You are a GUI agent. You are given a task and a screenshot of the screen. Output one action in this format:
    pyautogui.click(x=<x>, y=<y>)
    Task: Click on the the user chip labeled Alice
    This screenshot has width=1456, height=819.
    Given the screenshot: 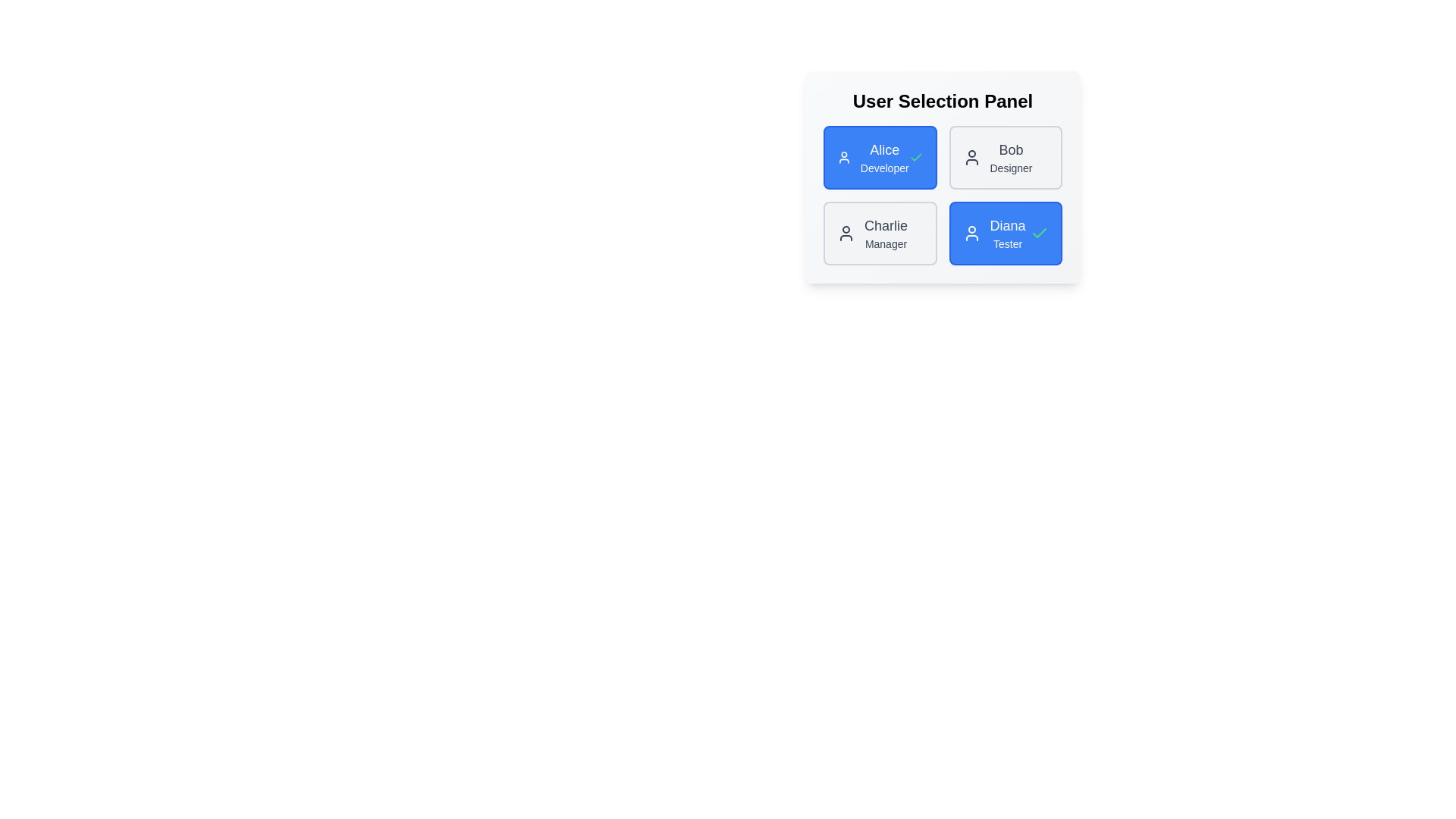 What is the action you would take?
    pyautogui.click(x=880, y=158)
    